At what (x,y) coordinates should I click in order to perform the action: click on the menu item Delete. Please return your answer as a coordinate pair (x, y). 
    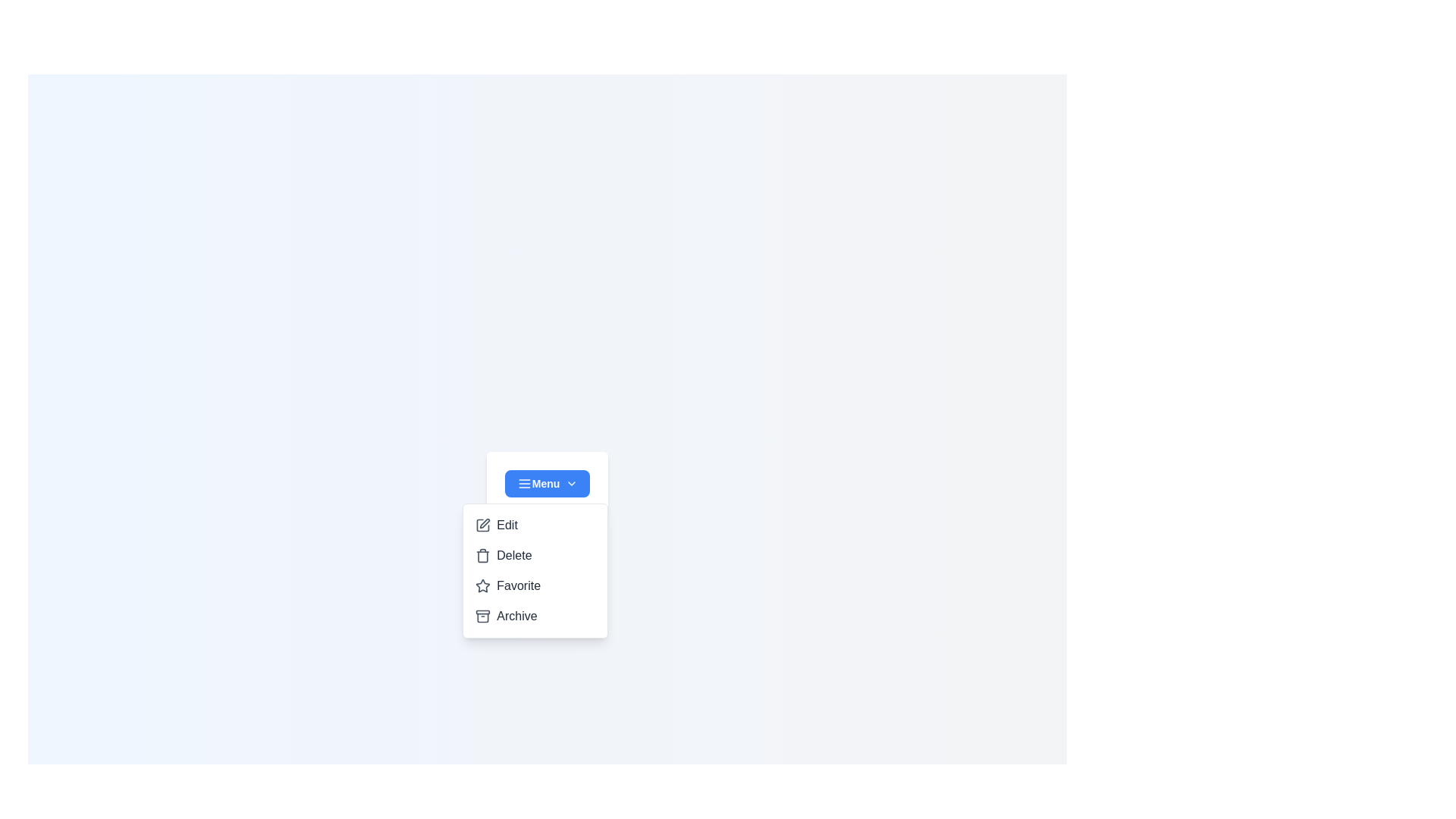
    Looking at the image, I should click on (535, 555).